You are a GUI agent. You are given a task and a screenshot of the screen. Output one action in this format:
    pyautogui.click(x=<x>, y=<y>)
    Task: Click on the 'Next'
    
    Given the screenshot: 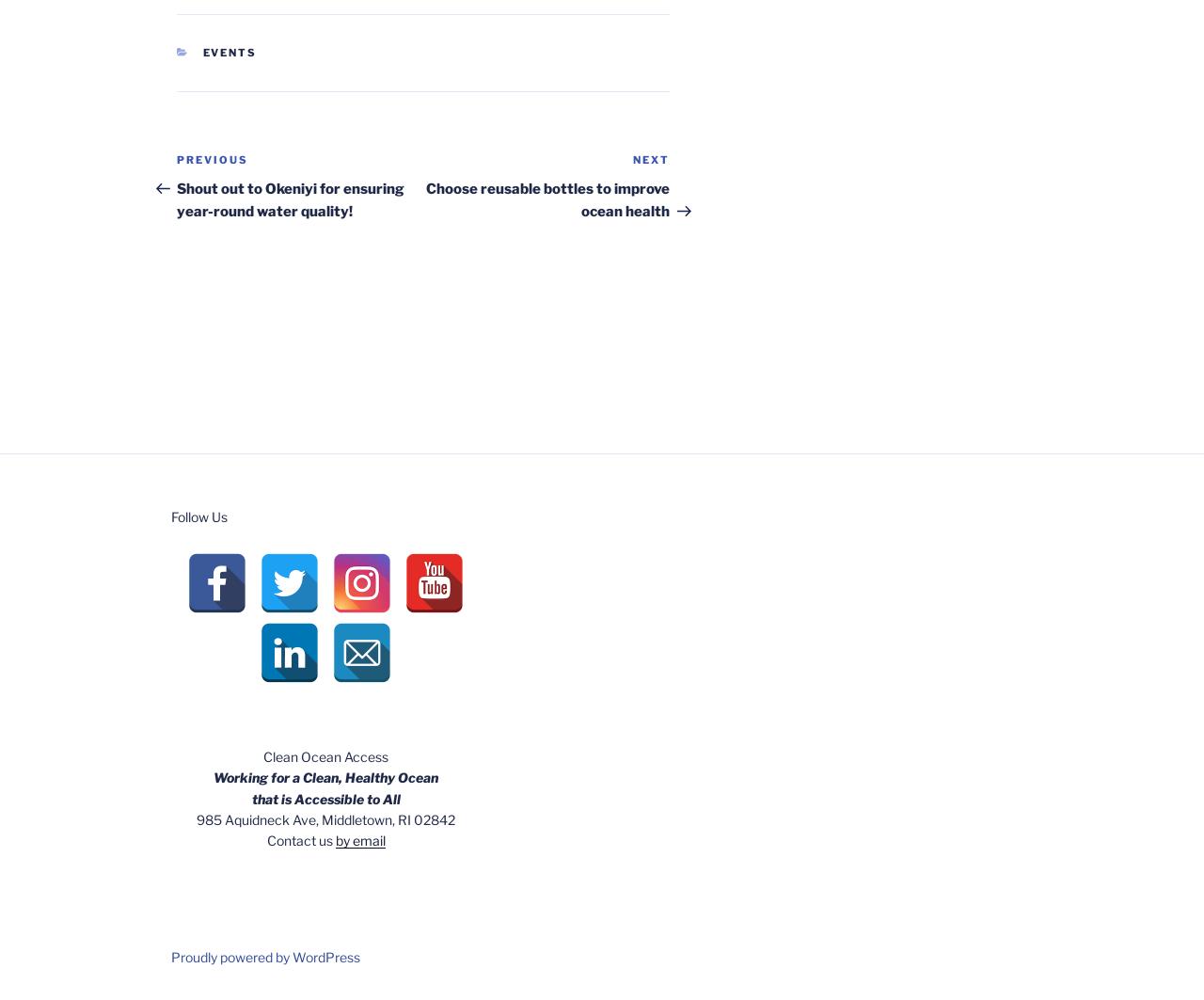 What is the action you would take?
    pyautogui.click(x=651, y=159)
    